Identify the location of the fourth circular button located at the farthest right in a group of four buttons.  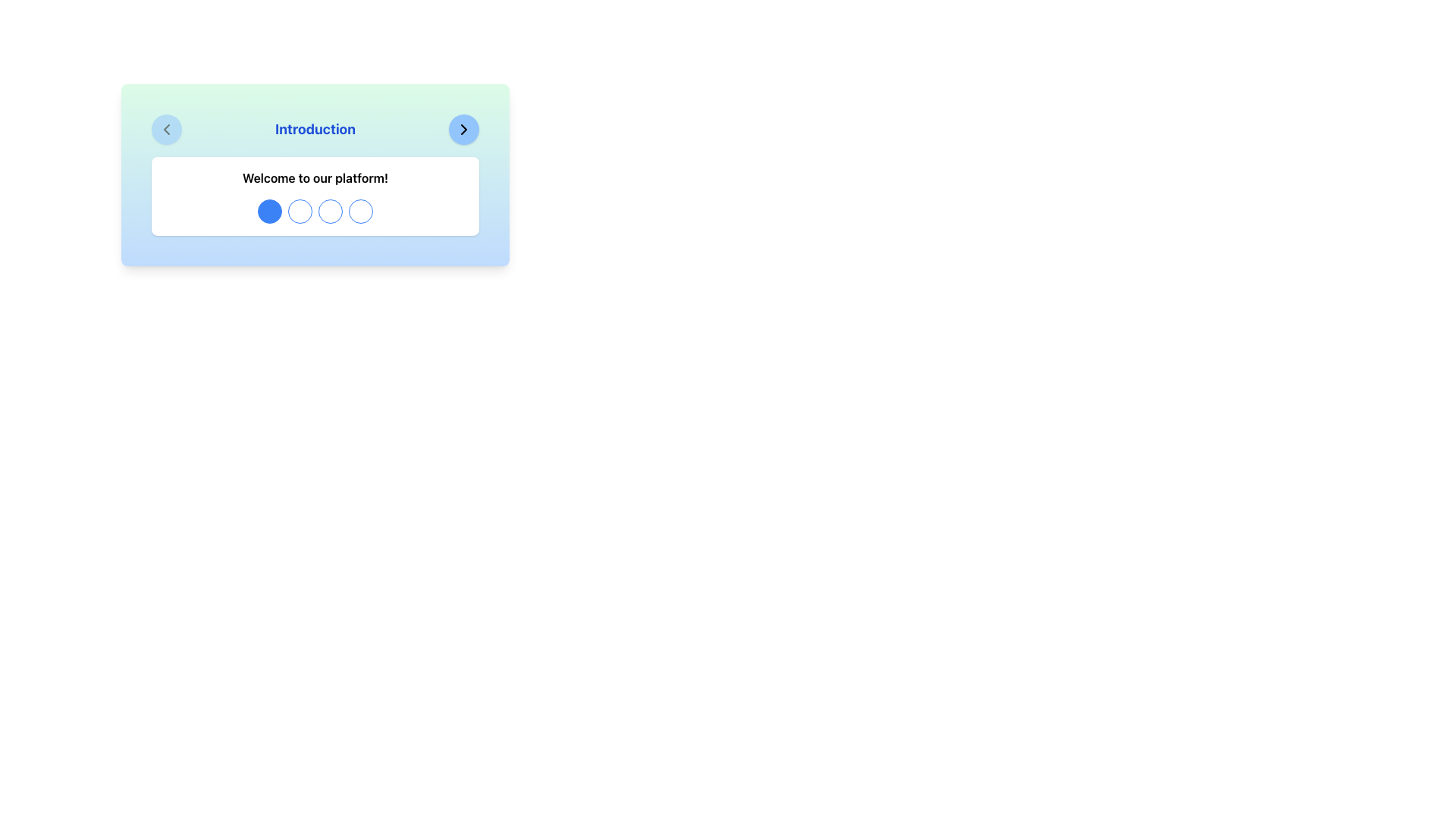
(359, 211).